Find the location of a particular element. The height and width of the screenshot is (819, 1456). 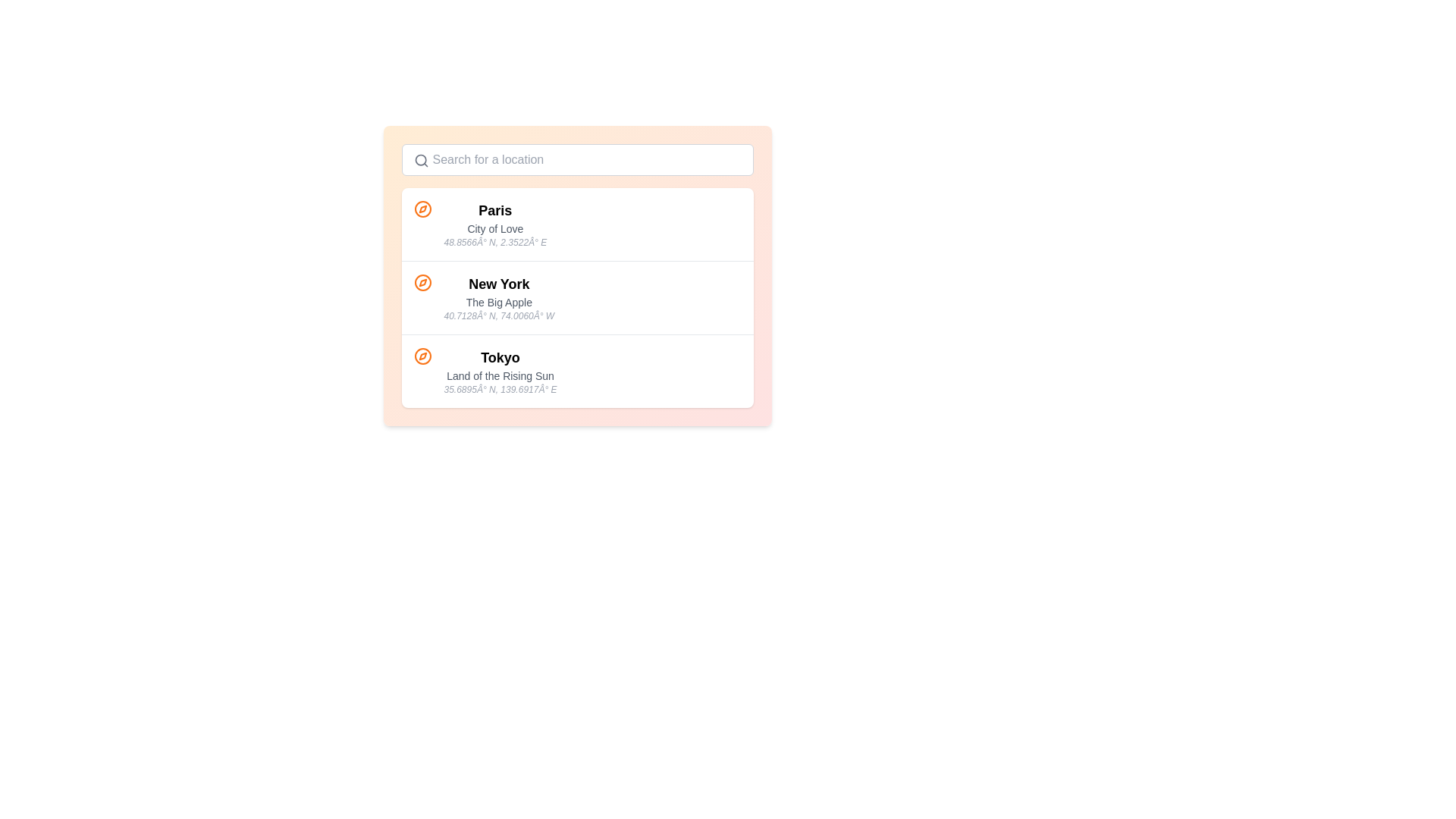

the stylish gray magnifying glass icon located at the far left of the search input field is located at coordinates (421, 161).